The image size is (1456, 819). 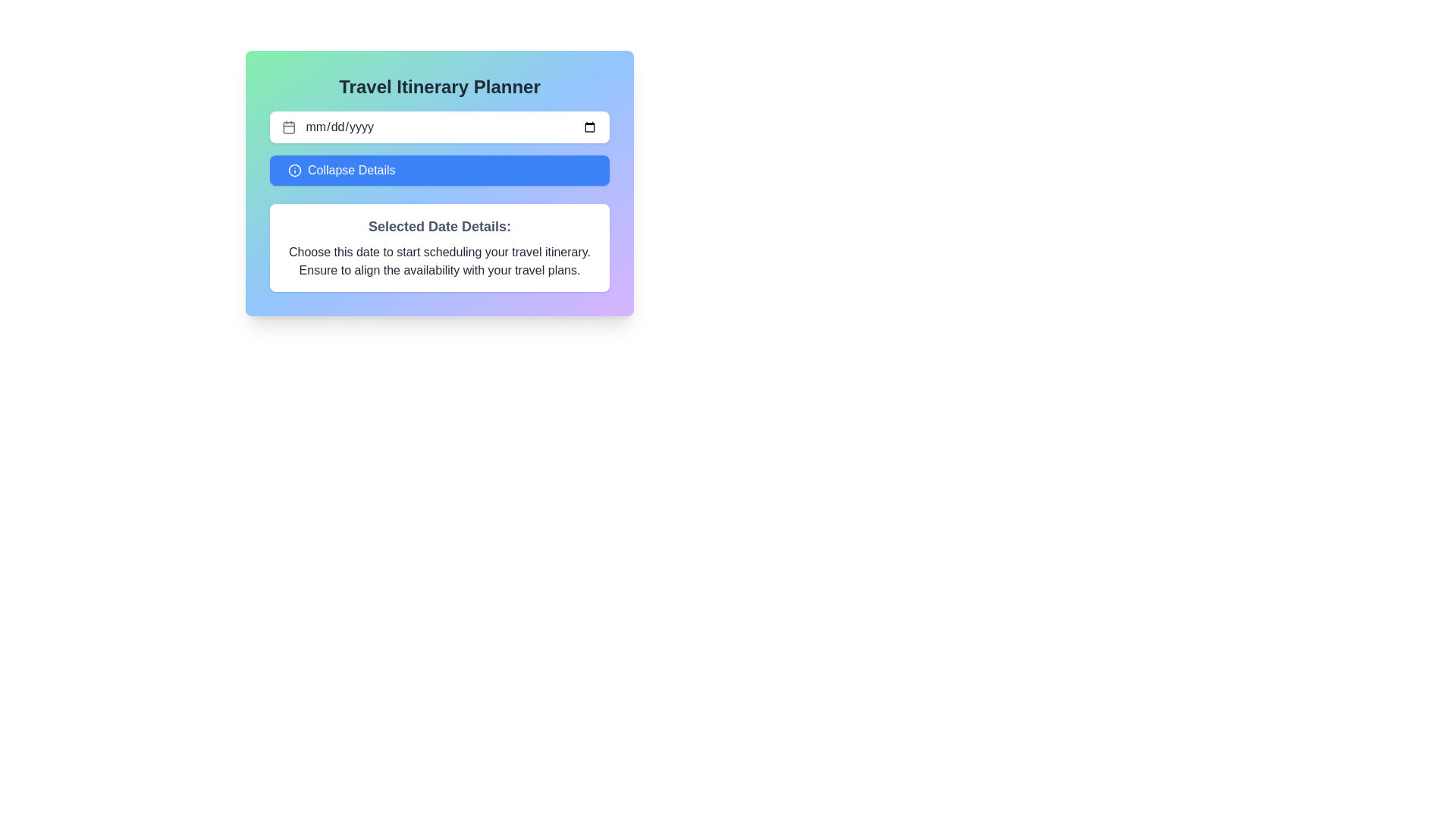 I want to click on the blue rectangular button containing the text label that collapses or hides additional details, located below the date input field, so click(x=350, y=170).